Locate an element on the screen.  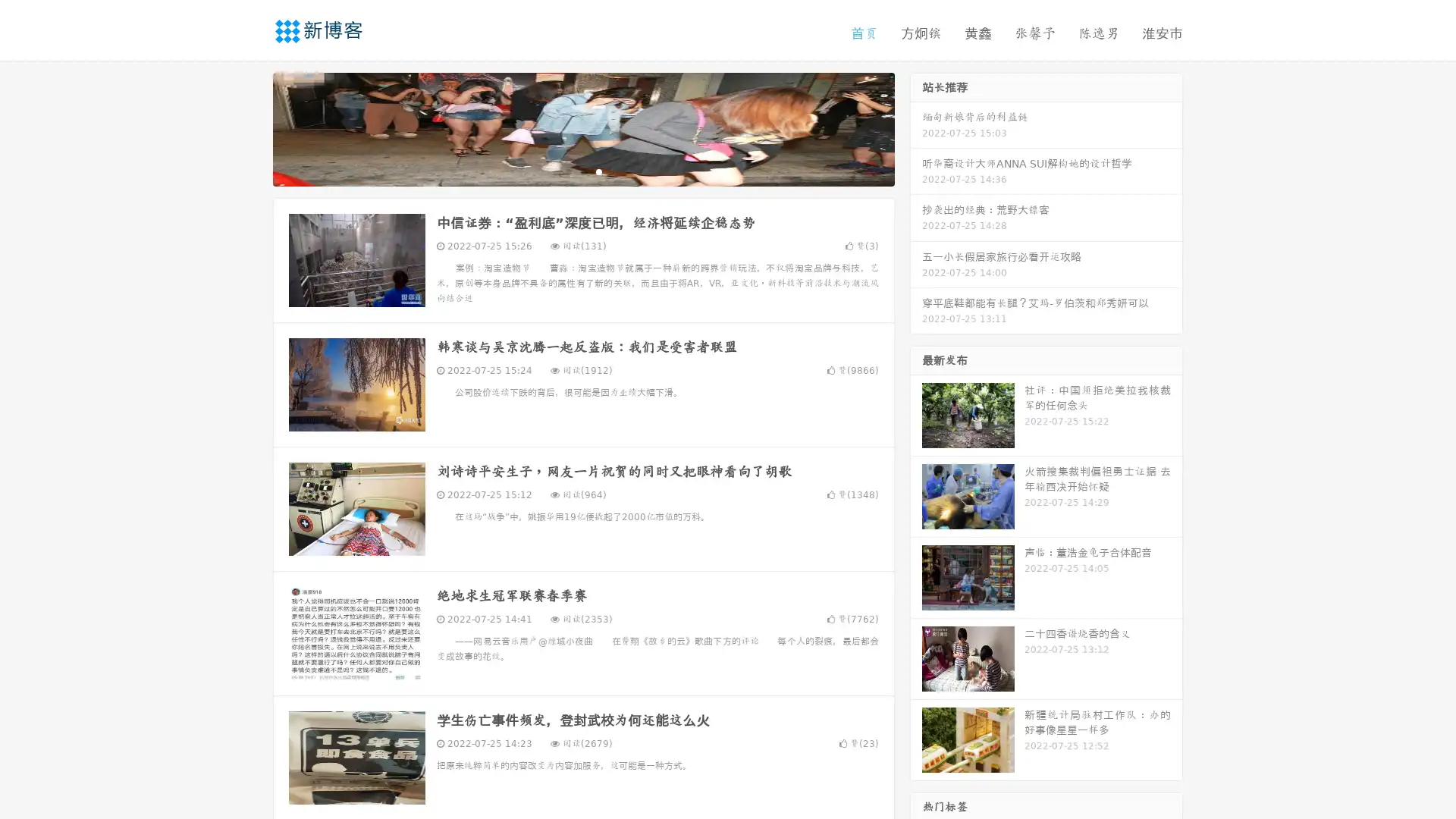
Go to slide 3 is located at coordinates (598, 171).